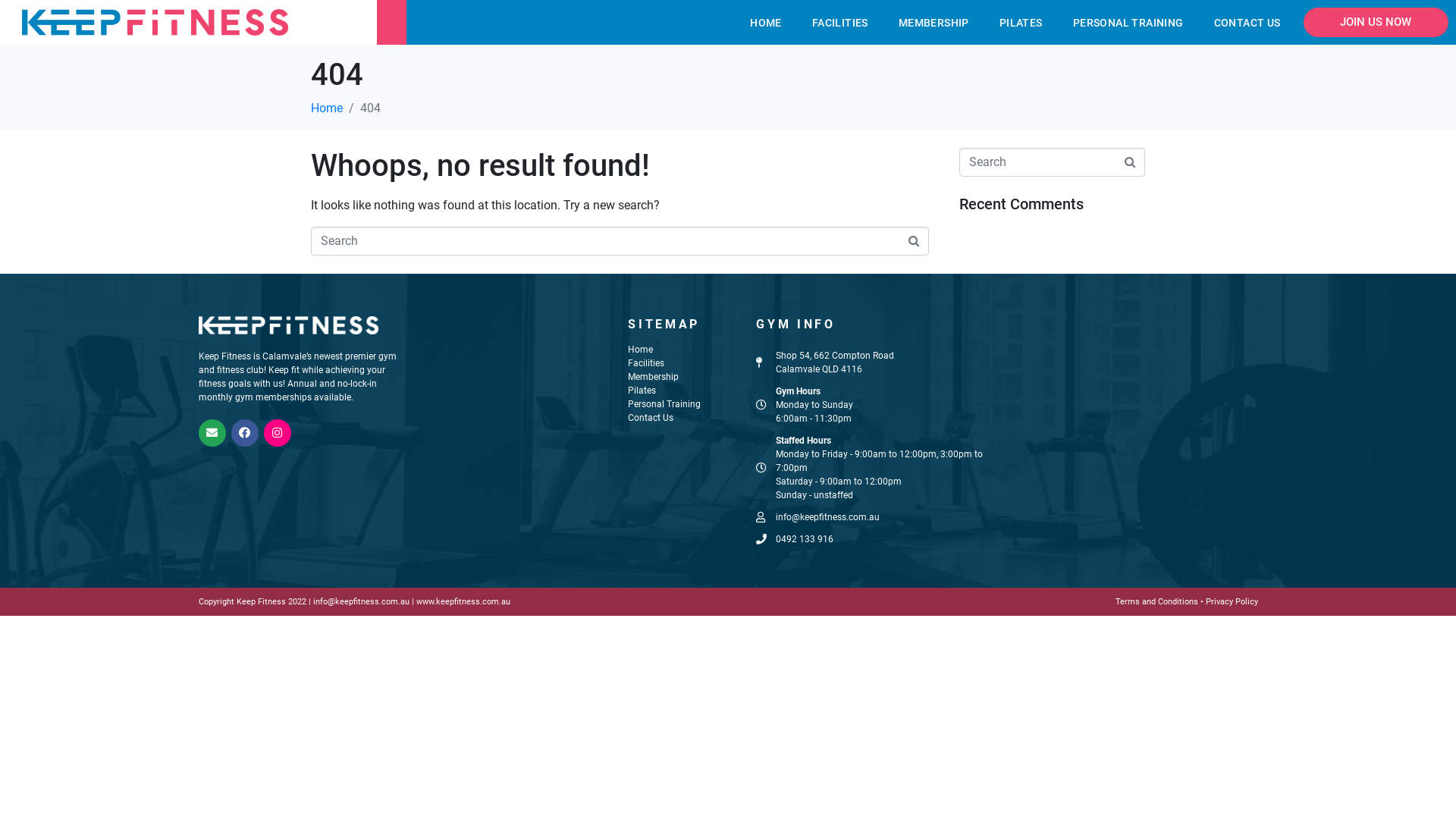 The width and height of the screenshot is (1456, 819). What do you see at coordinates (1232, 601) in the screenshot?
I see `'Privacy Policy'` at bounding box center [1232, 601].